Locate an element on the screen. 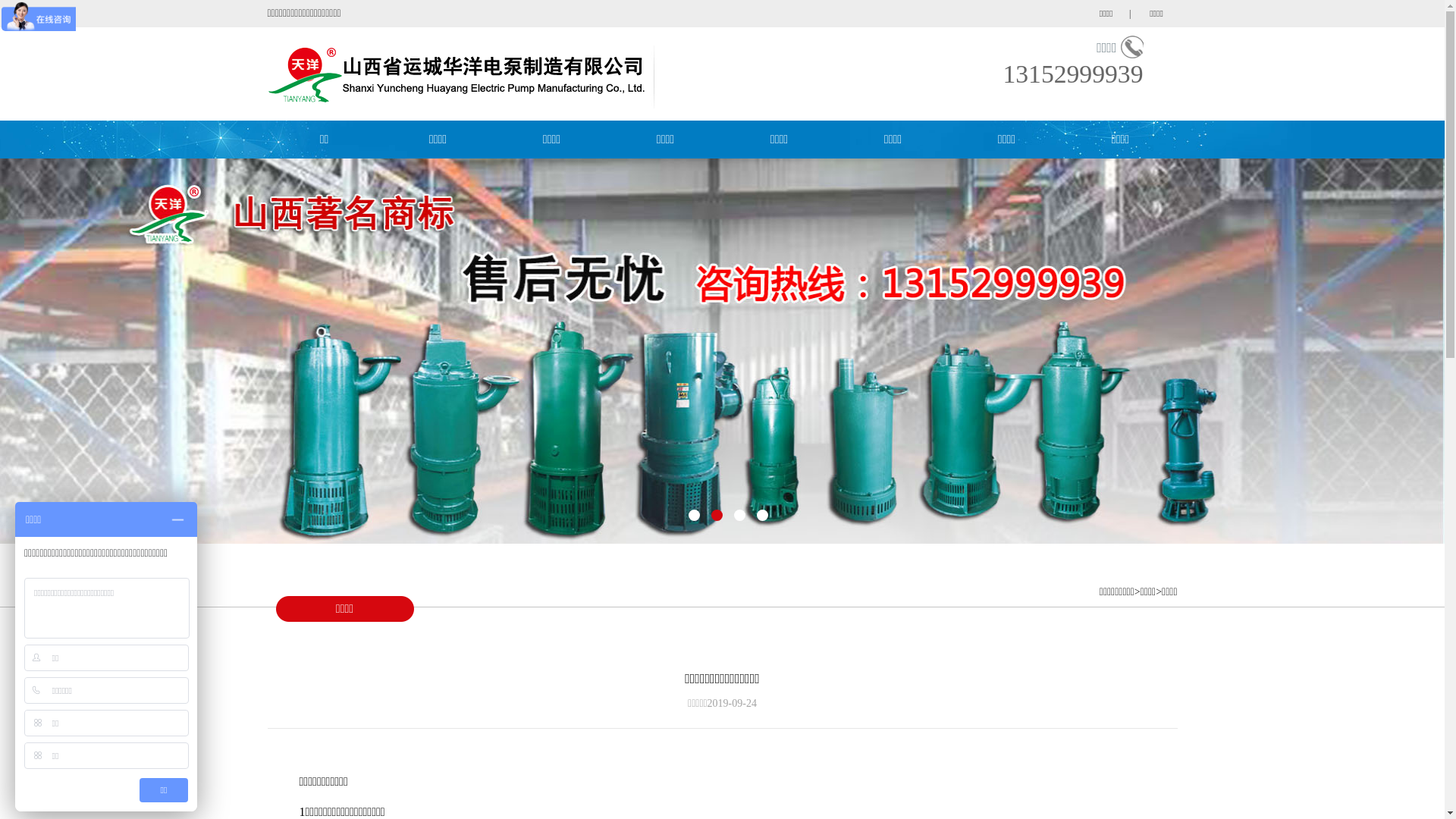 The height and width of the screenshot is (819, 1456). '3' is located at coordinates (739, 514).